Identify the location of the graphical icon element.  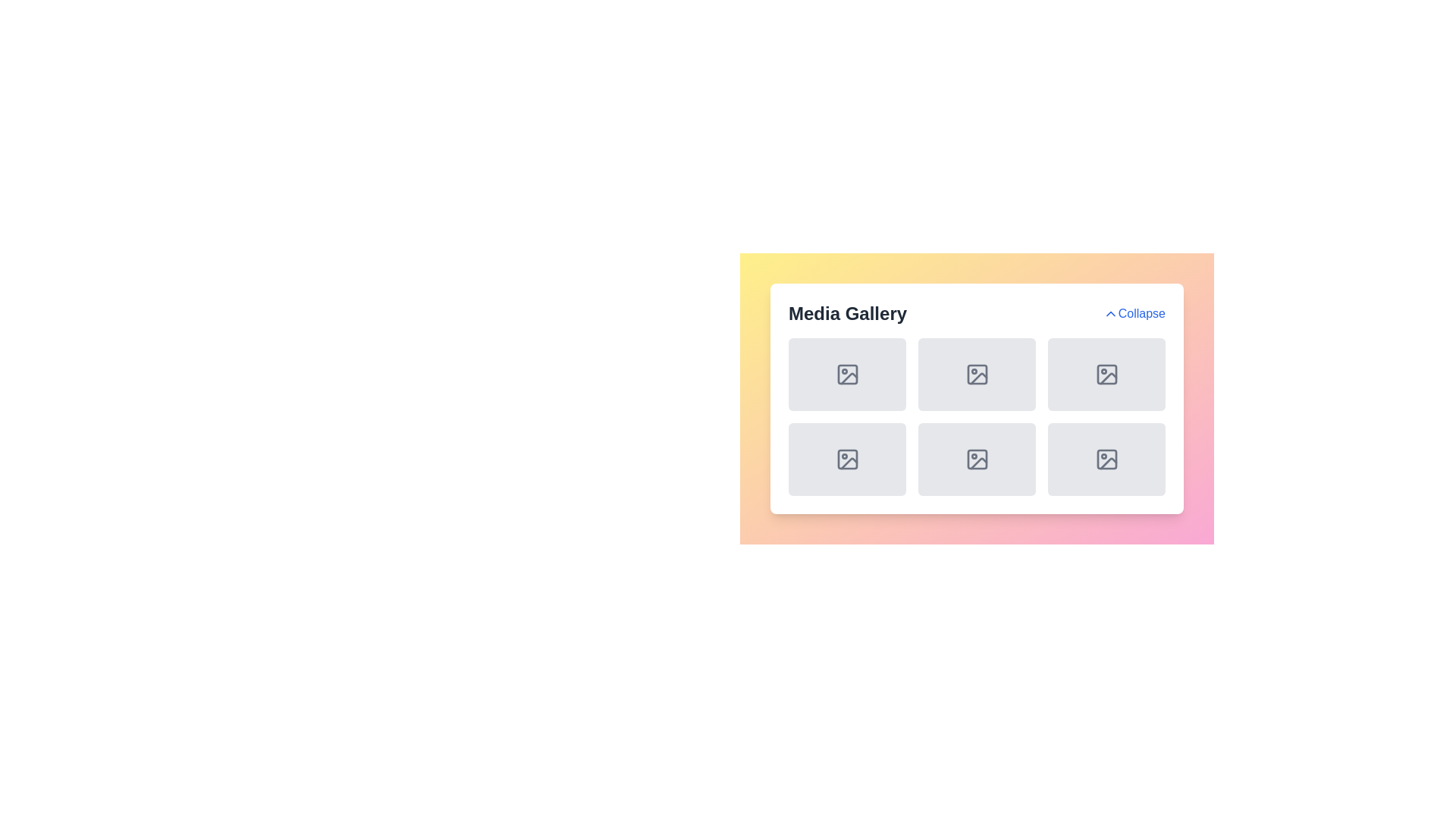
(846, 458).